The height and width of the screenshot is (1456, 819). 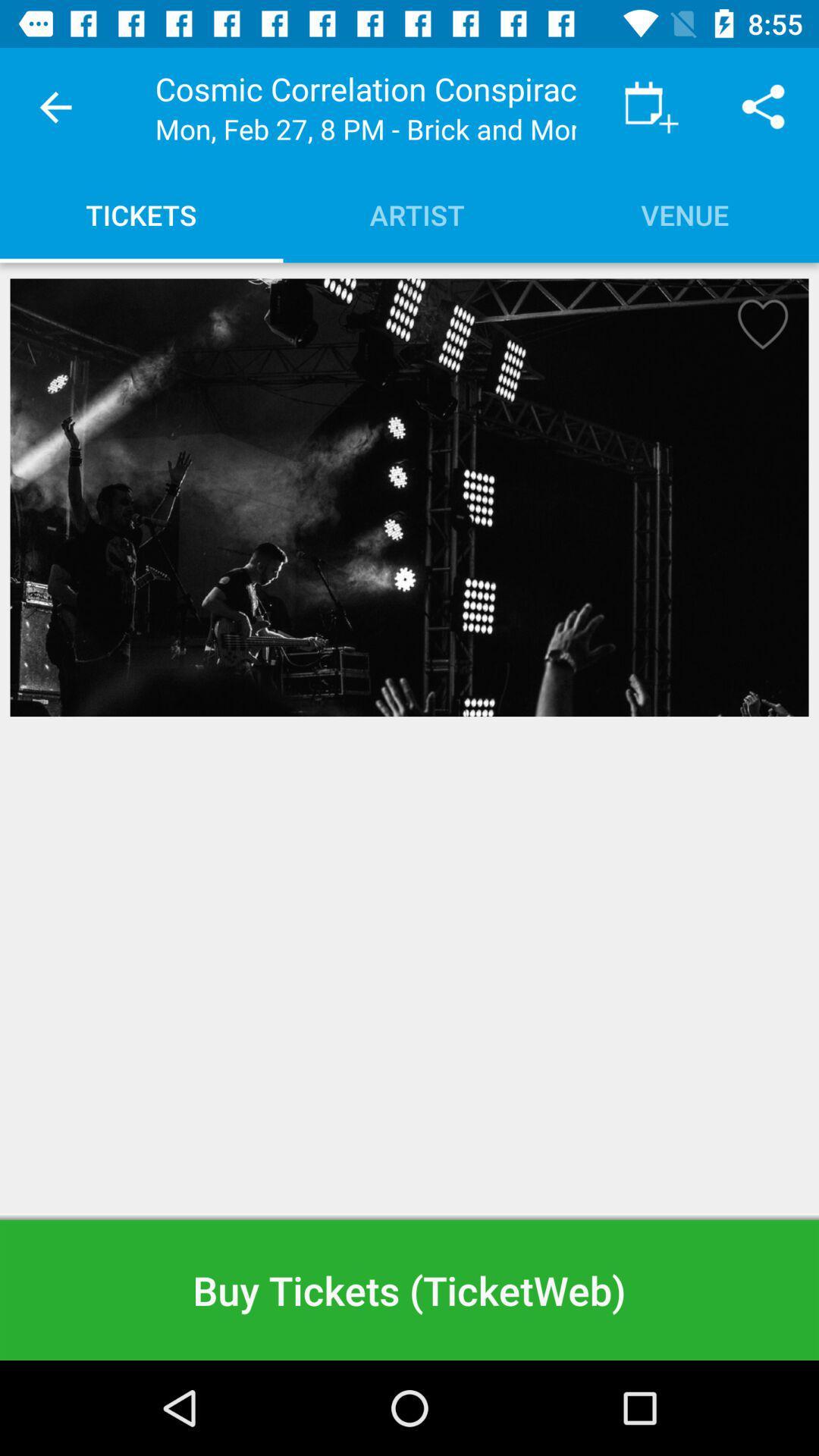 What do you see at coordinates (55, 106) in the screenshot?
I see `icon above the tickets item` at bounding box center [55, 106].